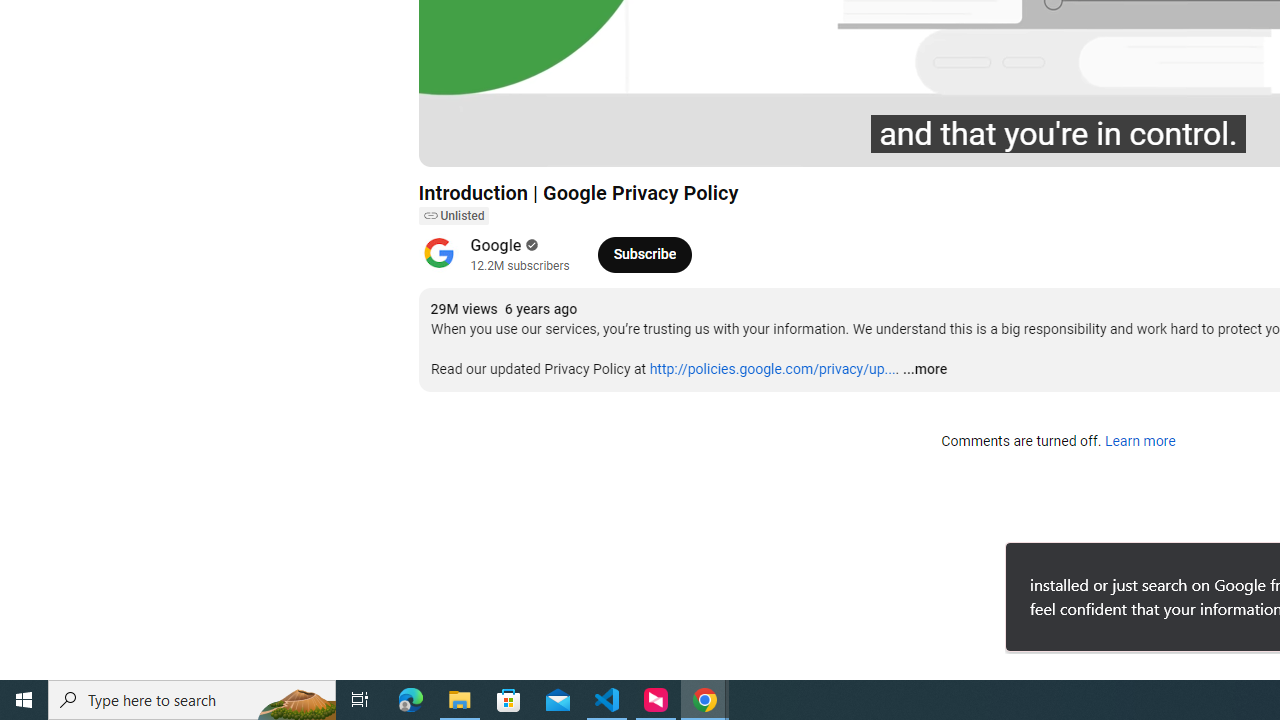  Describe the element at coordinates (1139, 441) in the screenshot. I see `'Learn more'` at that location.